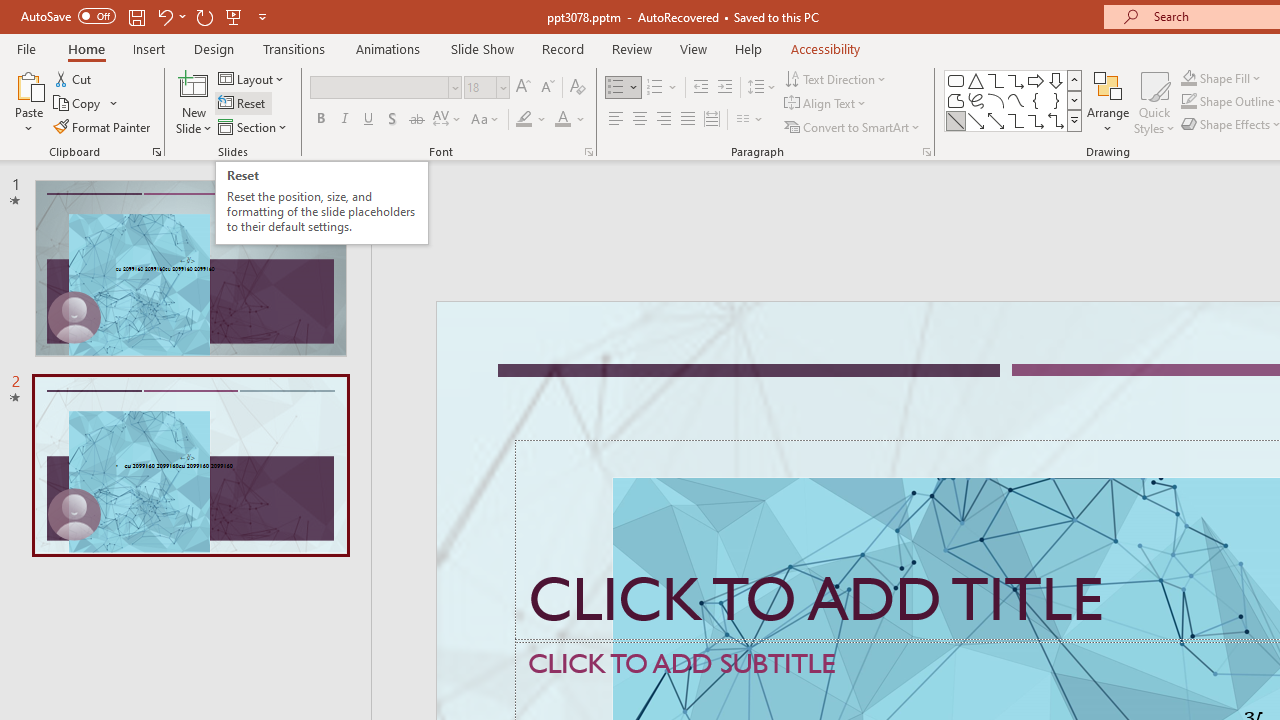 The height and width of the screenshot is (720, 1280). I want to click on 'Right Brace', so click(1055, 100).